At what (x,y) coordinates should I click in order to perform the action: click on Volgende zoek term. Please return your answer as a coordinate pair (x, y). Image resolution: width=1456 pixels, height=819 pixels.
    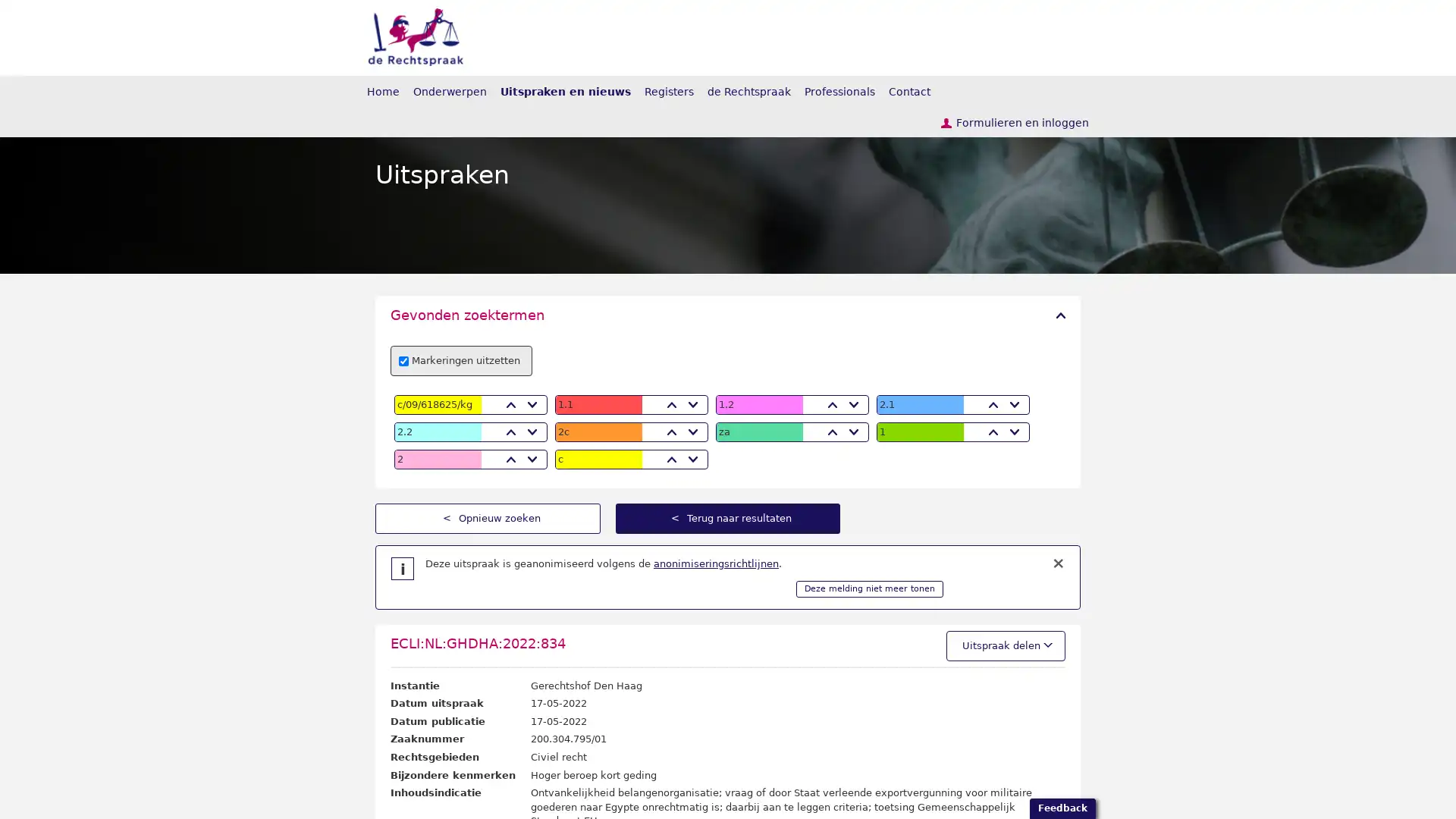
    Looking at the image, I should click on (532, 403).